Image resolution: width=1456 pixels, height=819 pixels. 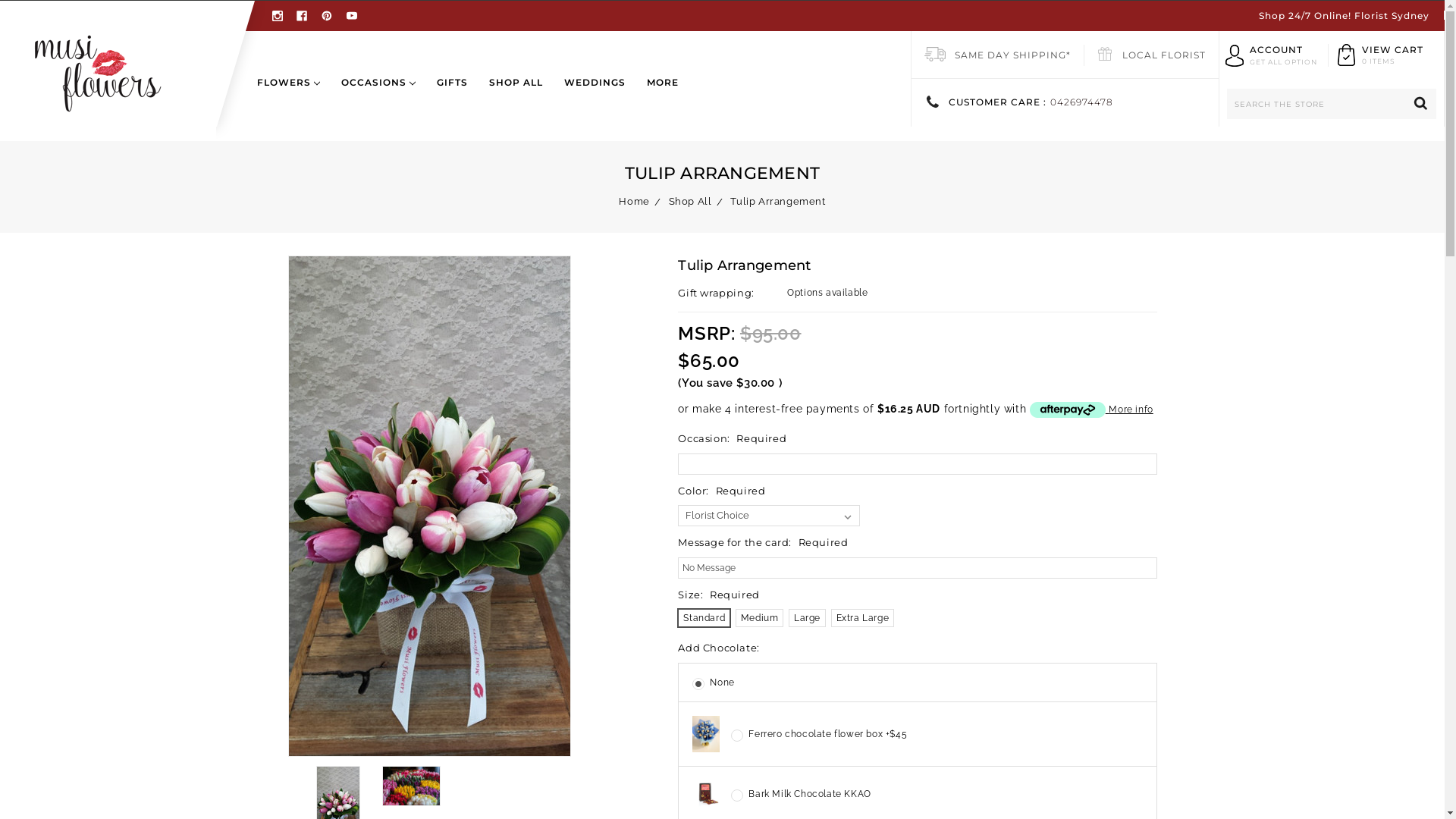 What do you see at coordinates (777, 200) in the screenshot?
I see `'Tulip Arrangement'` at bounding box center [777, 200].